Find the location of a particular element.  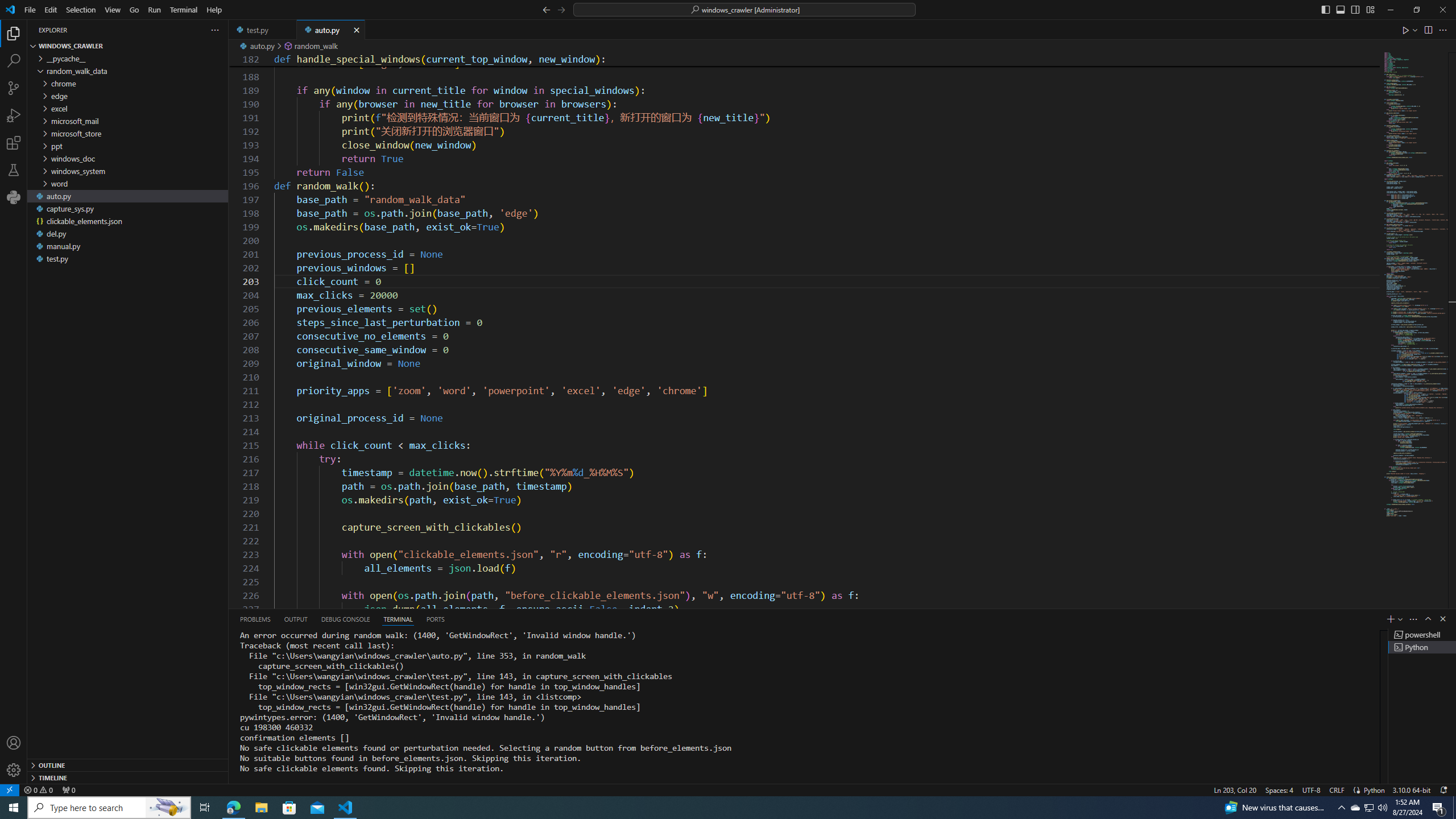

'Explorer Section: windows_crawler' is located at coordinates (127, 45).